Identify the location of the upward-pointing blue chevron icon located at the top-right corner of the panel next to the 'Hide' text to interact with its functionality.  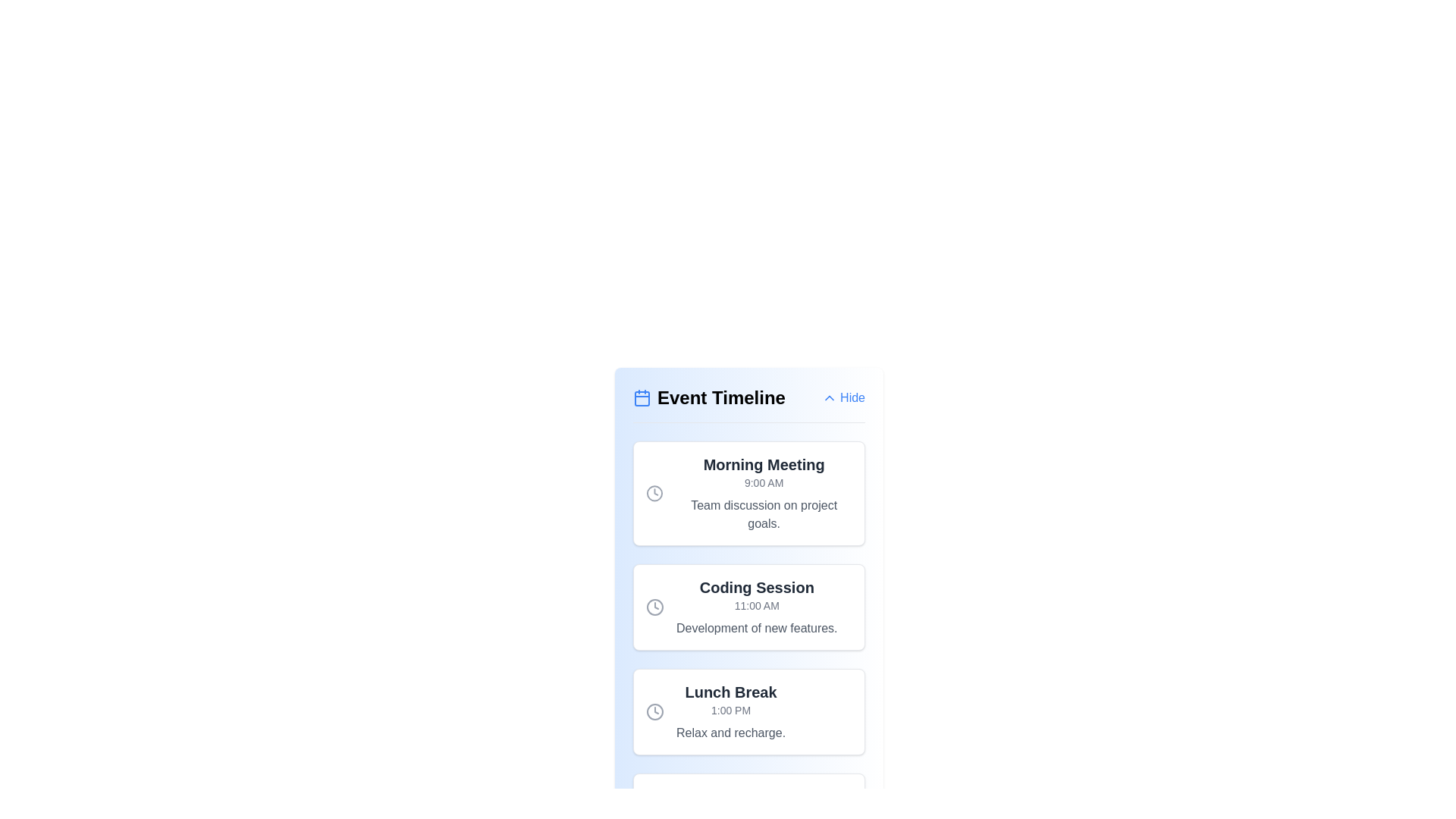
(829, 397).